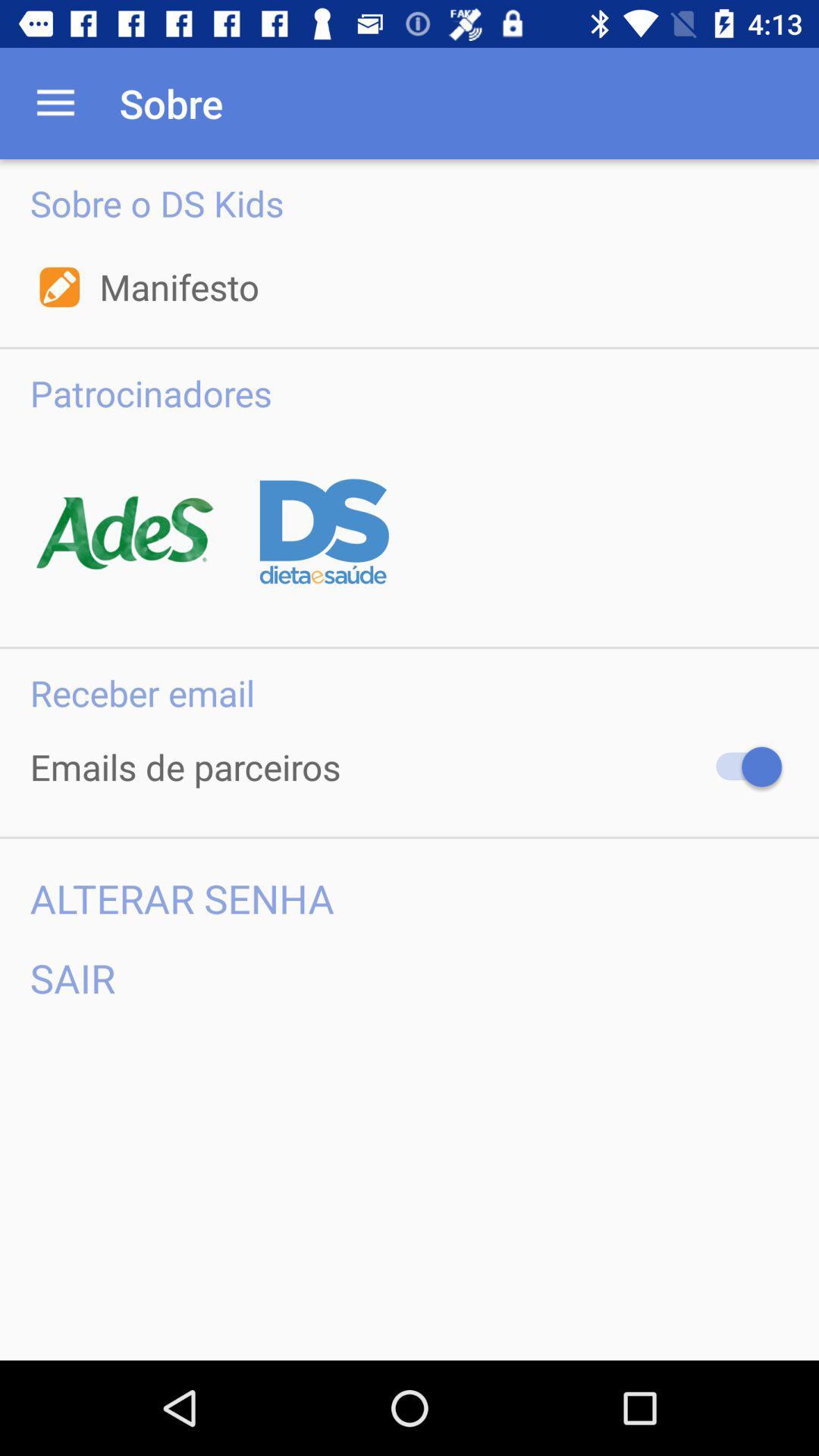 The width and height of the screenshot is (819, 1456). Describe the element at coordinates (741, 767) in the screenshot. I see `the item below receber email icon` at that location.